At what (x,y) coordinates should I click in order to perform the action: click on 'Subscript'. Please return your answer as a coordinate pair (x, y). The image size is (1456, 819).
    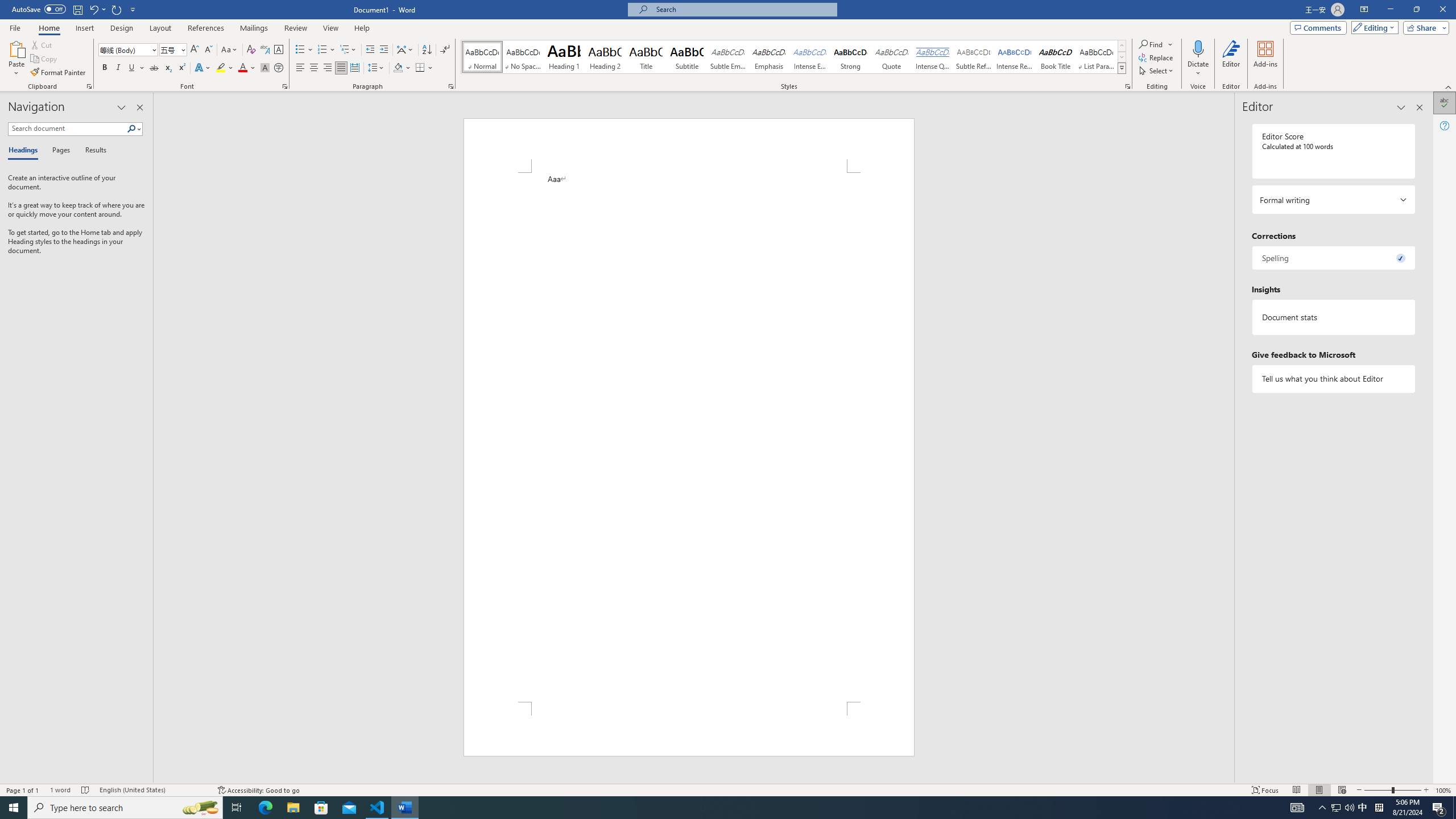
    Looking at the image, I should click on (167, 67).